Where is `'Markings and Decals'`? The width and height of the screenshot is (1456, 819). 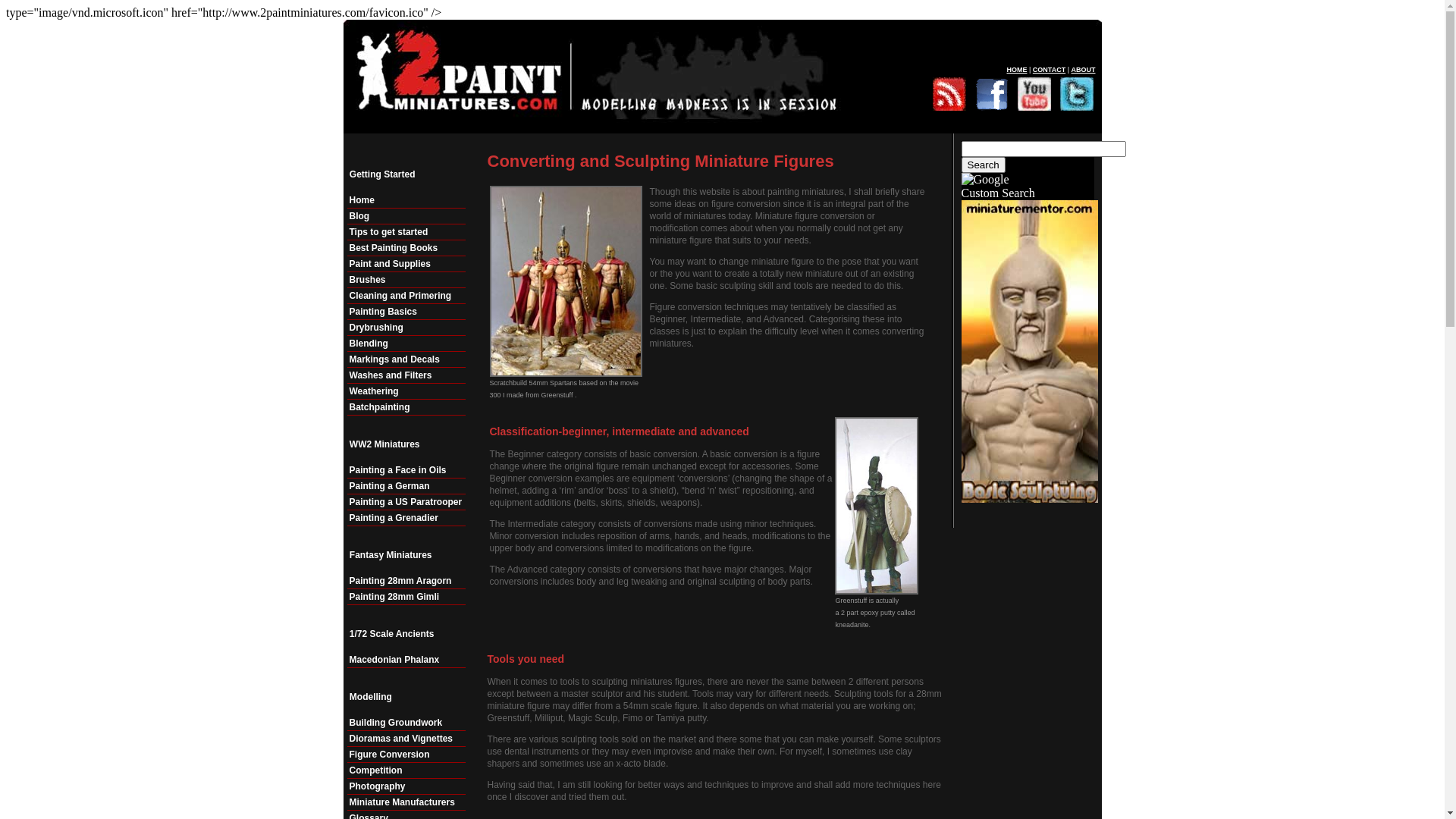
'Markings and Decals' is located at coordinates (406, 359).